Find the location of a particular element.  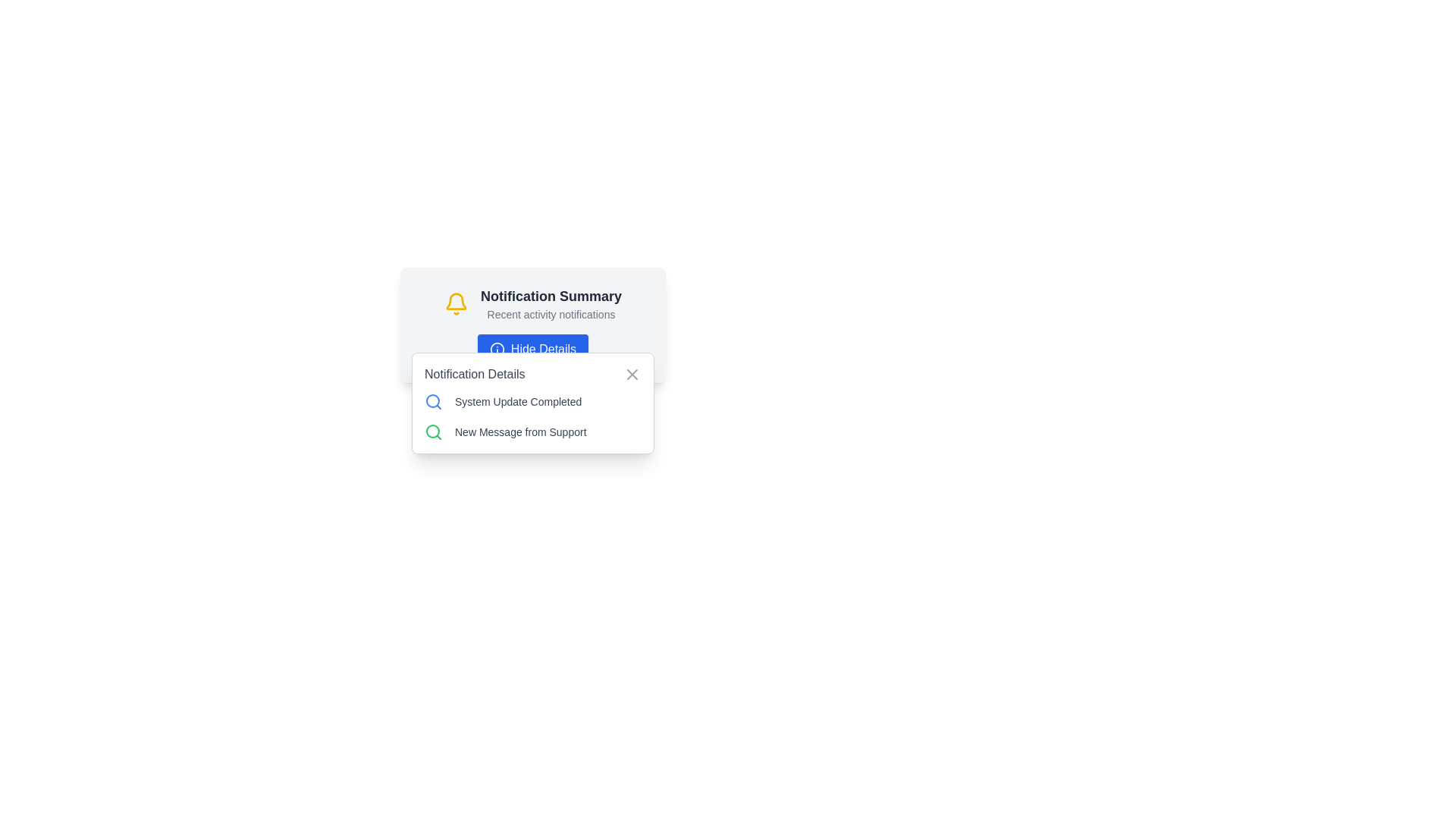

the icon that serves as a button or status indicator located to the left of the text label 'New Message from Support' in the 'Notification Details' section is located at coordinates (432, 432).